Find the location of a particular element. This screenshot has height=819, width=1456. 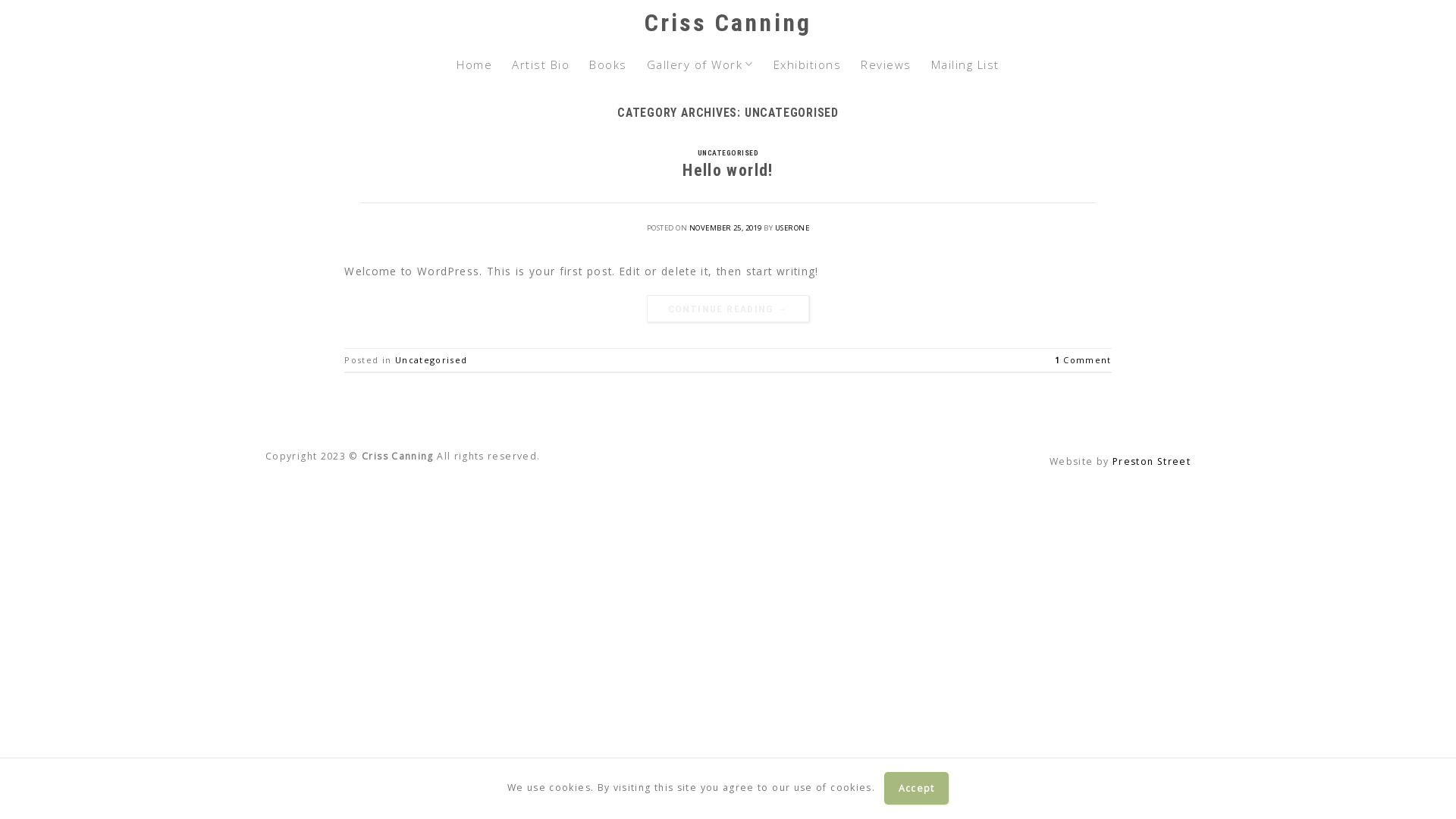

'Gallery of Work' is located at coordinates (699, 63).